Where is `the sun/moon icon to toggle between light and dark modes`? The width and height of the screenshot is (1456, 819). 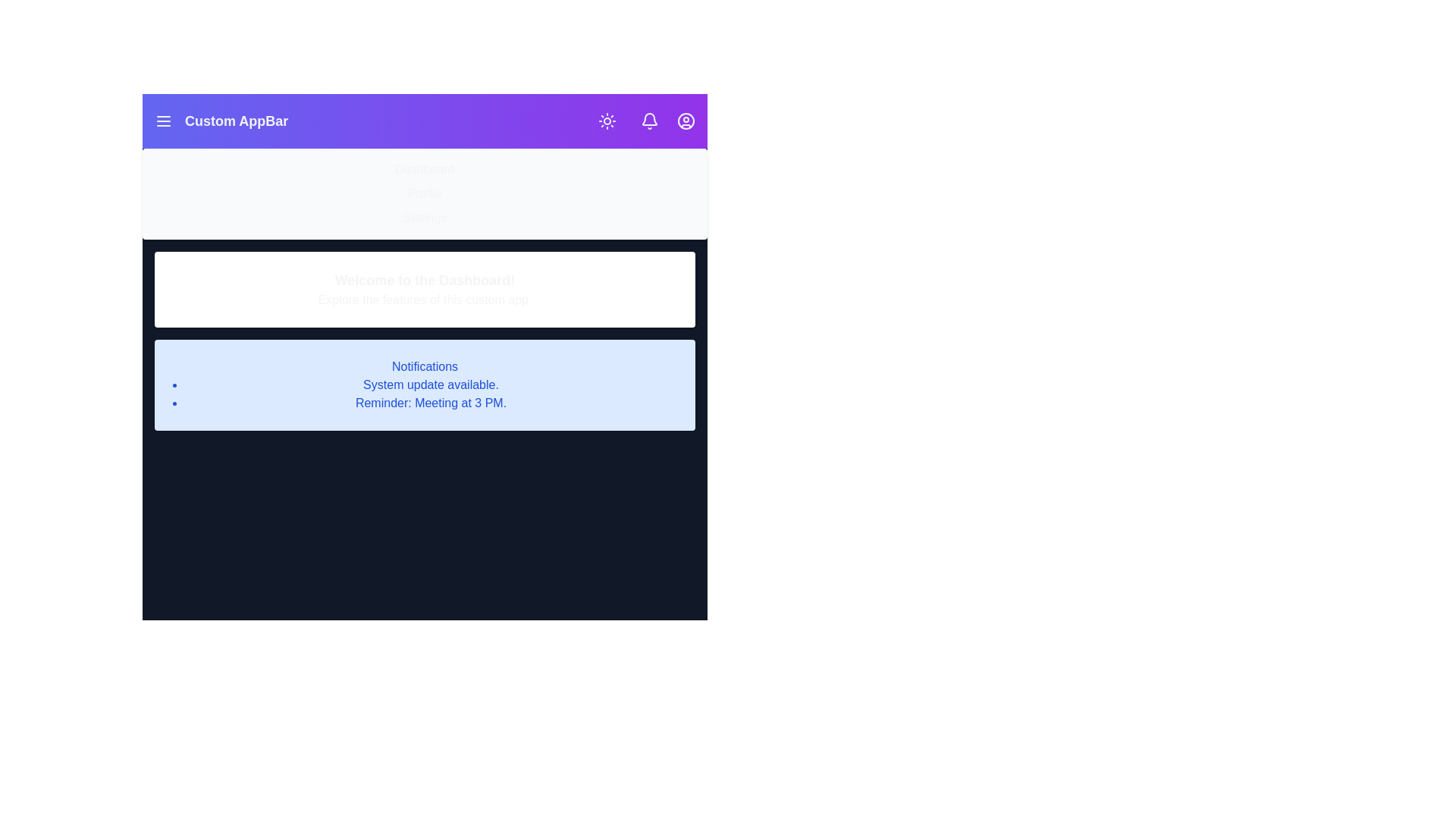 the sun/moon icon to toggle between light and dark modes is located at coordinates (607, 120).